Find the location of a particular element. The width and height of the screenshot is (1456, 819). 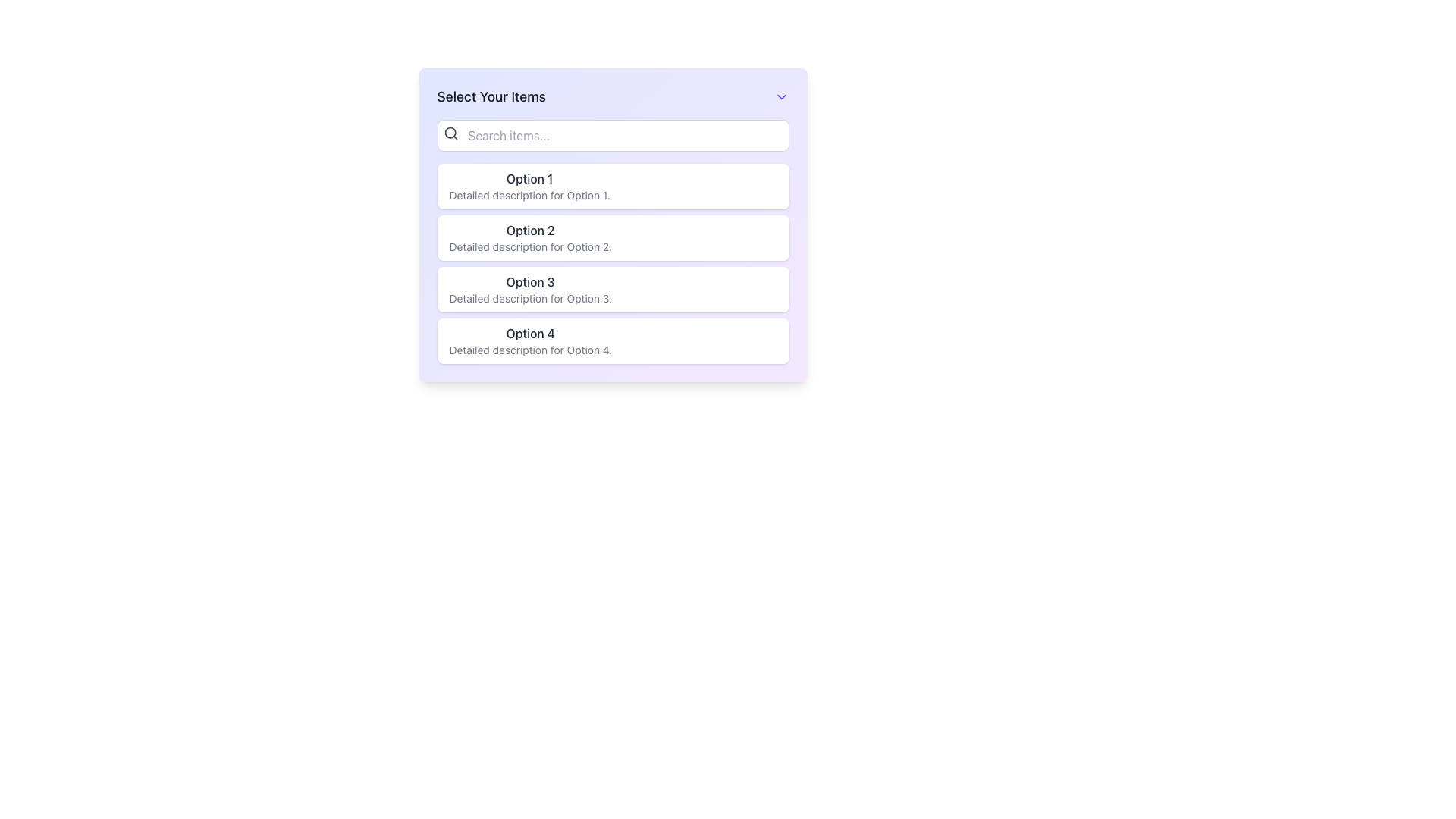

descriptive text element displaying 'Detailed description for Option 4.' located below the label 'Option 4' in the list interface to get additional information about Option 4 is located at coordinates (530, 350).